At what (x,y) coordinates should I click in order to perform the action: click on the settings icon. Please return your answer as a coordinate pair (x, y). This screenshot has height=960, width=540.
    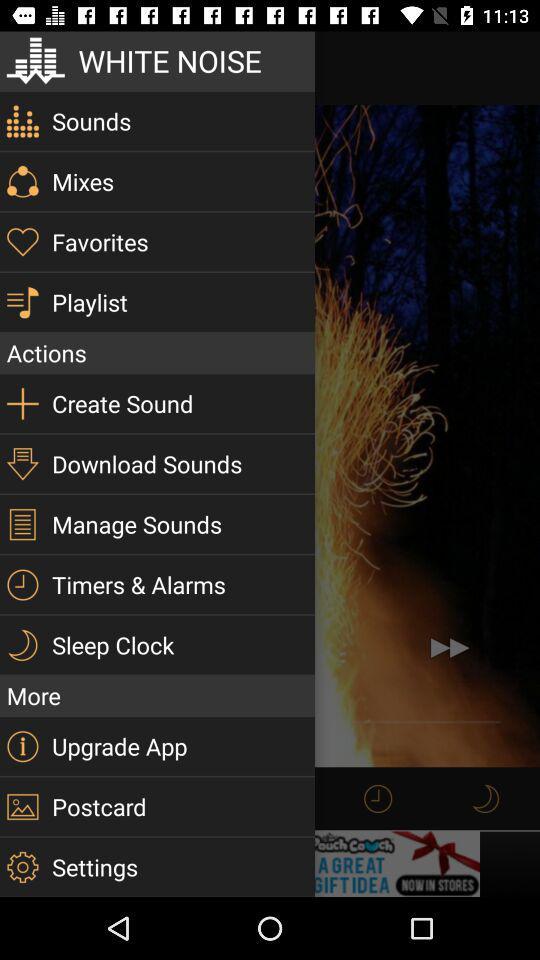
    Looking at the image, I should click on (21, 866).